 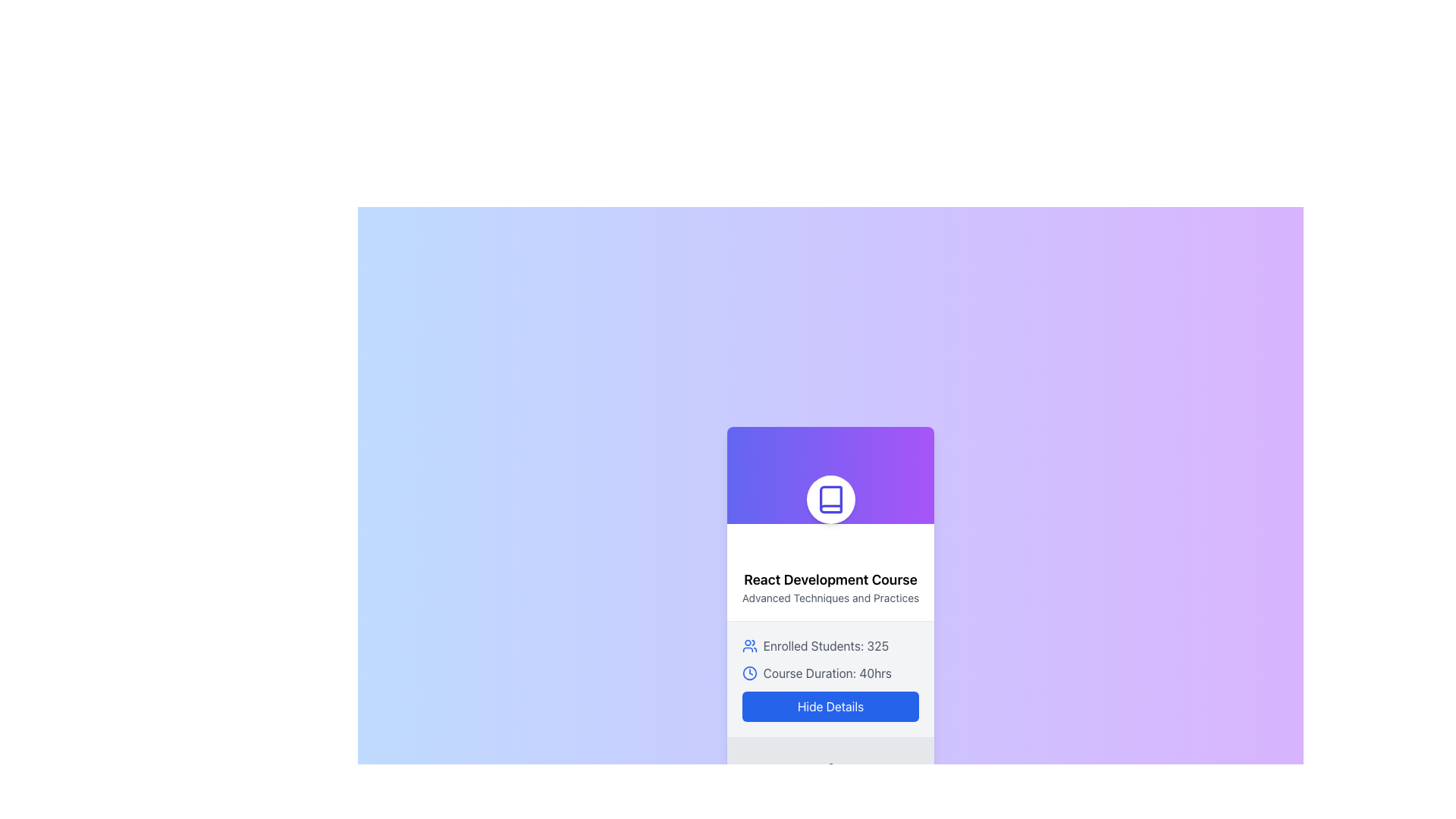 What do you see at coordinates (830, 475) in the screenshot?
I see `the decorative header with an embedded icon located at the top of the course card, which visually identifies the course content` at bounding box center [830, 475].